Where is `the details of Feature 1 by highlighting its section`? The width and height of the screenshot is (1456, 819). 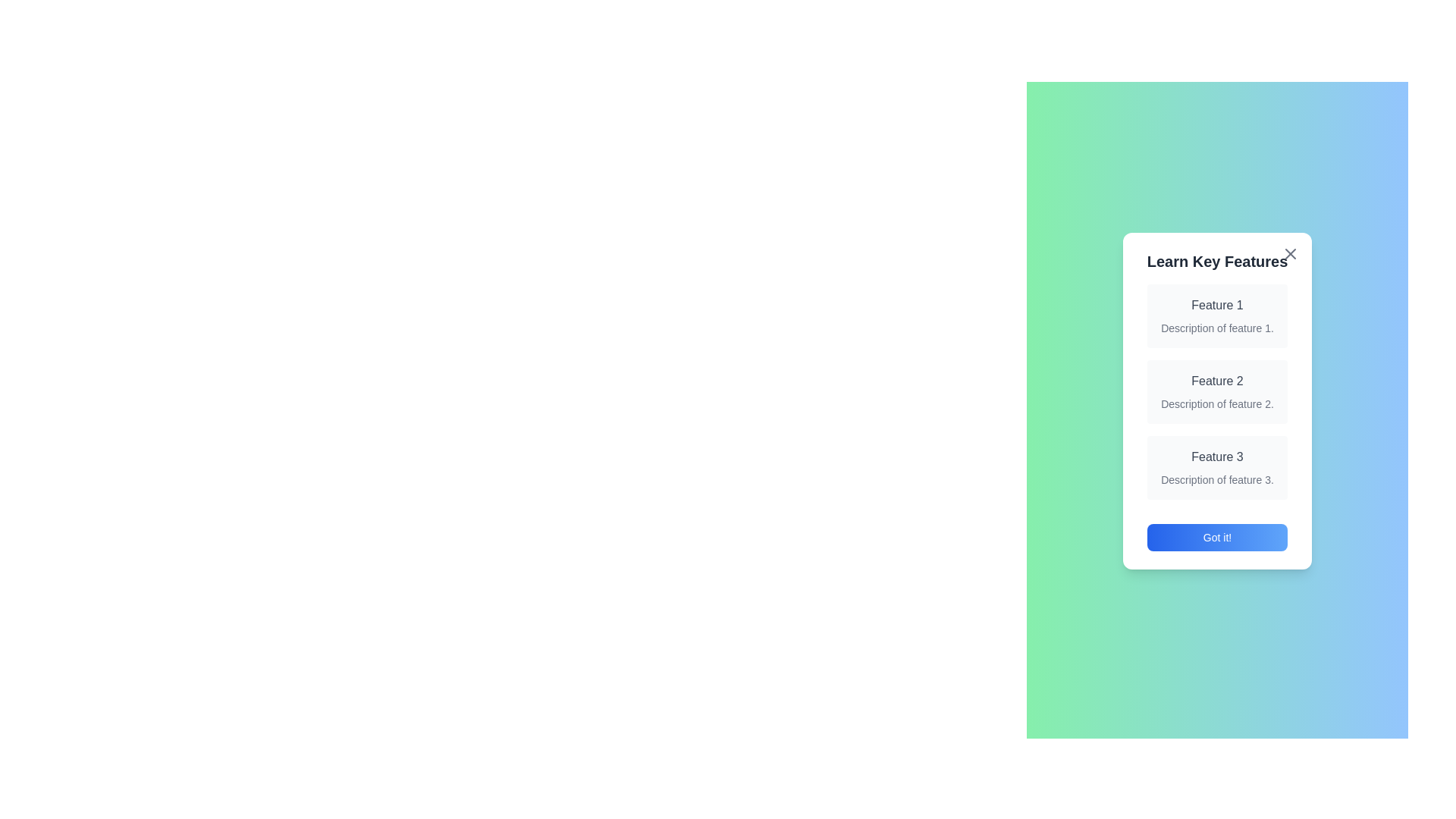
the details of Feature 1 by highlighting its section is located at coordinates (1216, 315).